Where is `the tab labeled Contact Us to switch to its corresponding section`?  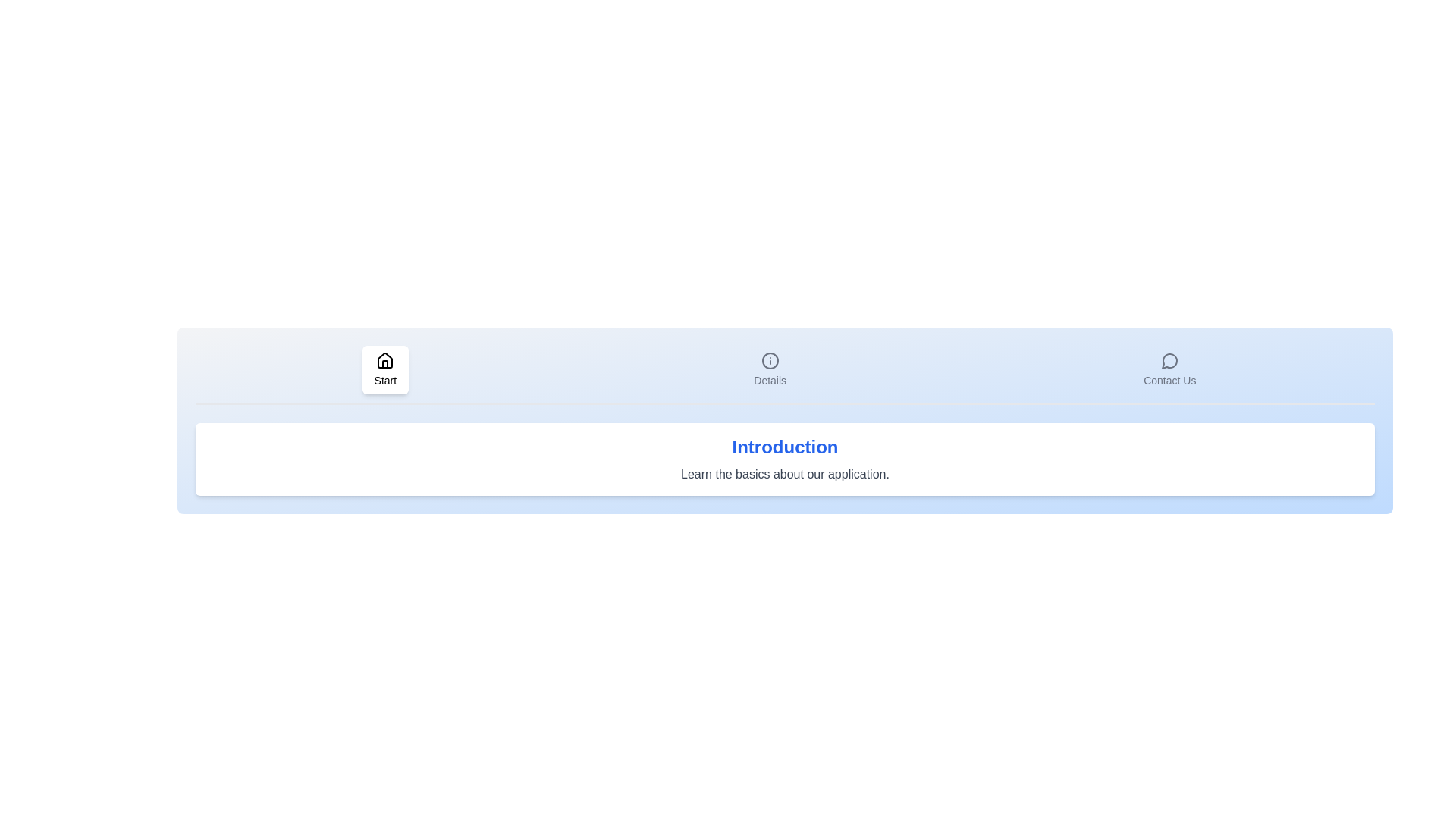
the tab labeled Contact Us to switch to its corresponding section is located at coordinates (1169, 370).